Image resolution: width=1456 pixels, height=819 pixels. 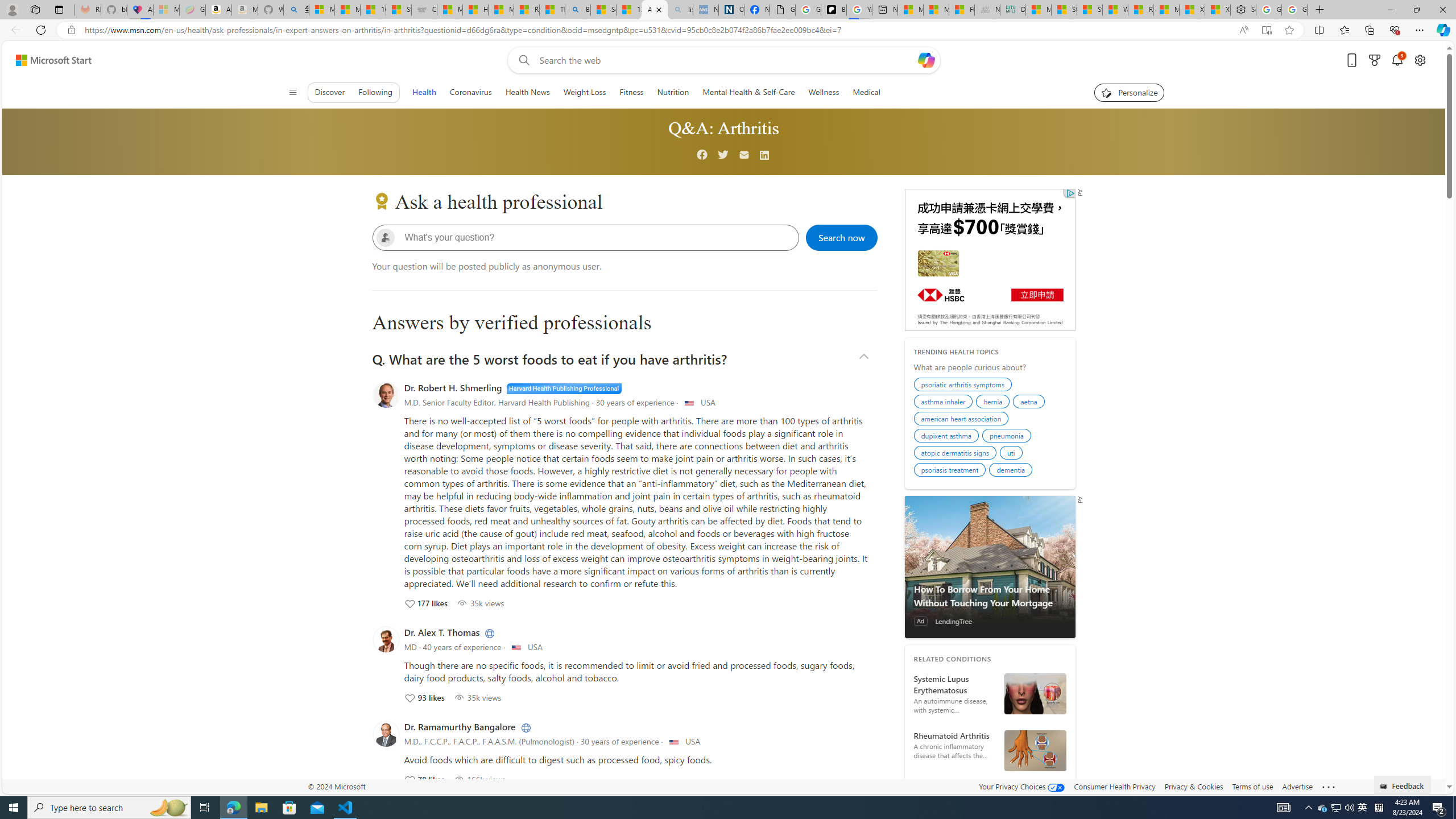 What do you see at coordinates (823, 92) in the screenshot?
I see `'Wellness'` at bounding box center [823, 92].